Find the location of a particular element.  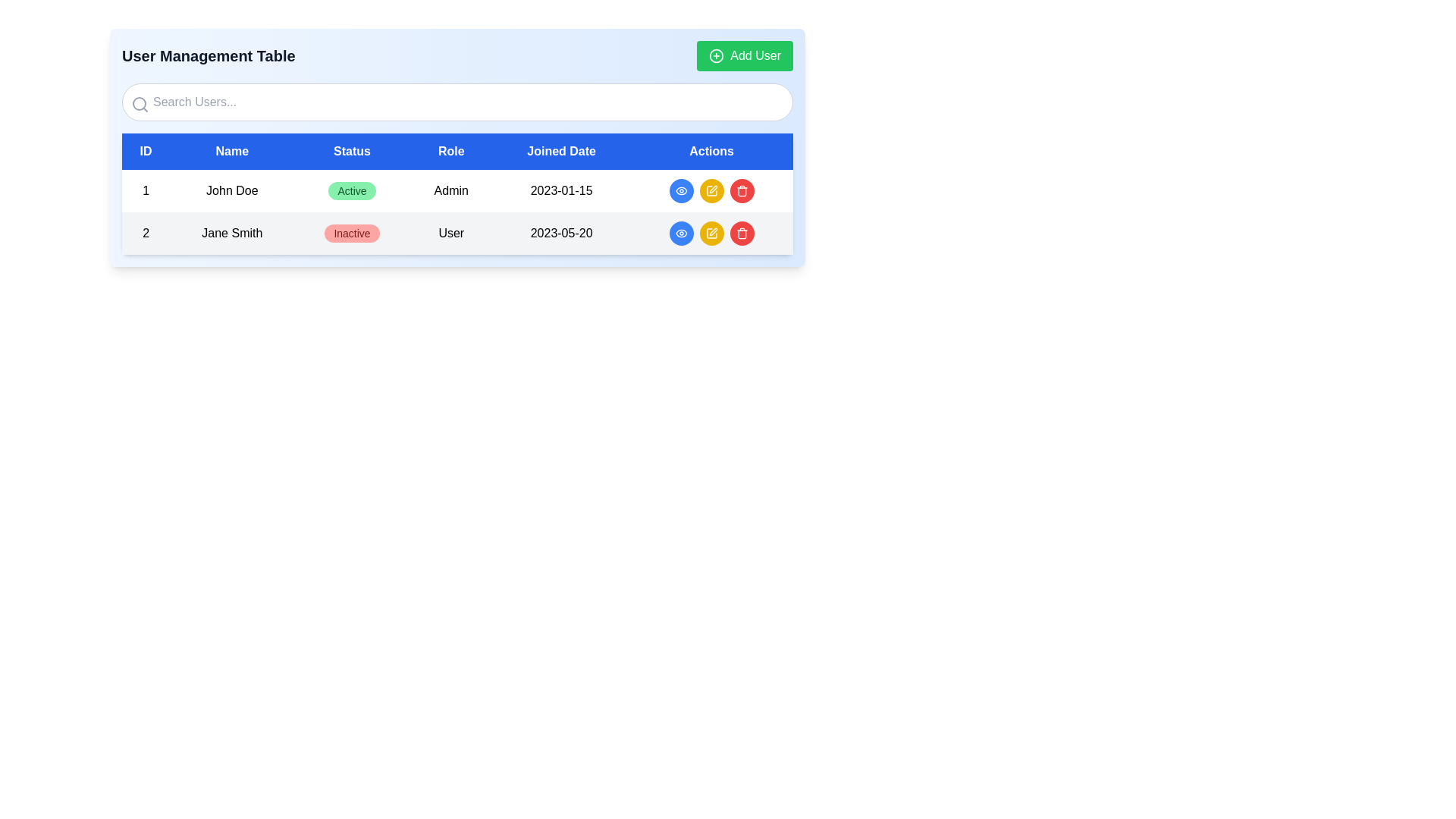

the middle section of the trash can icon representing the delete action for user 'Jane Smith' in the 'Actions' column is located at coordinates (742, 234).